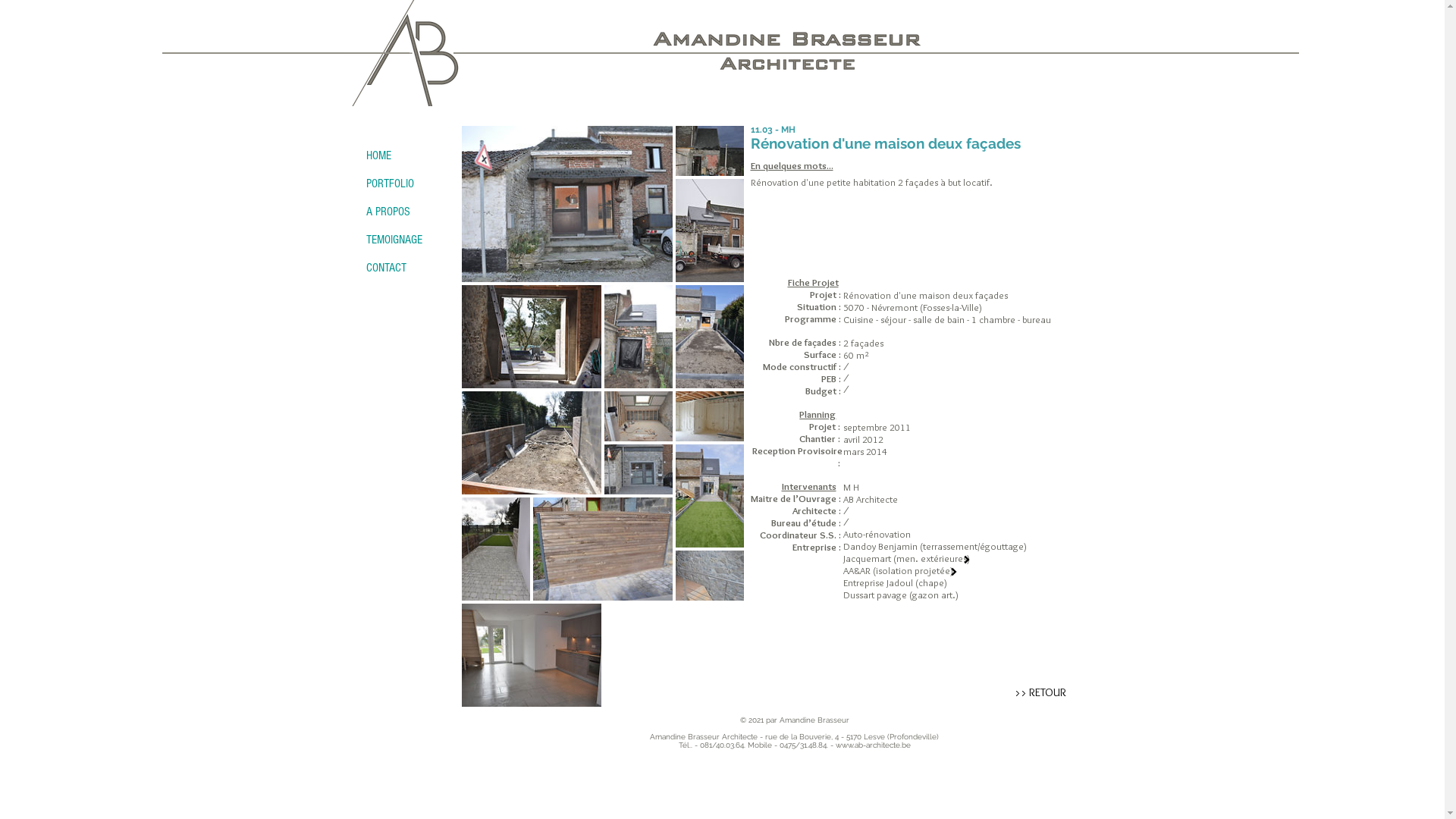 This screenshot has height=819, width=1456. I want to click on 'CONTACT', so click(353, 267).